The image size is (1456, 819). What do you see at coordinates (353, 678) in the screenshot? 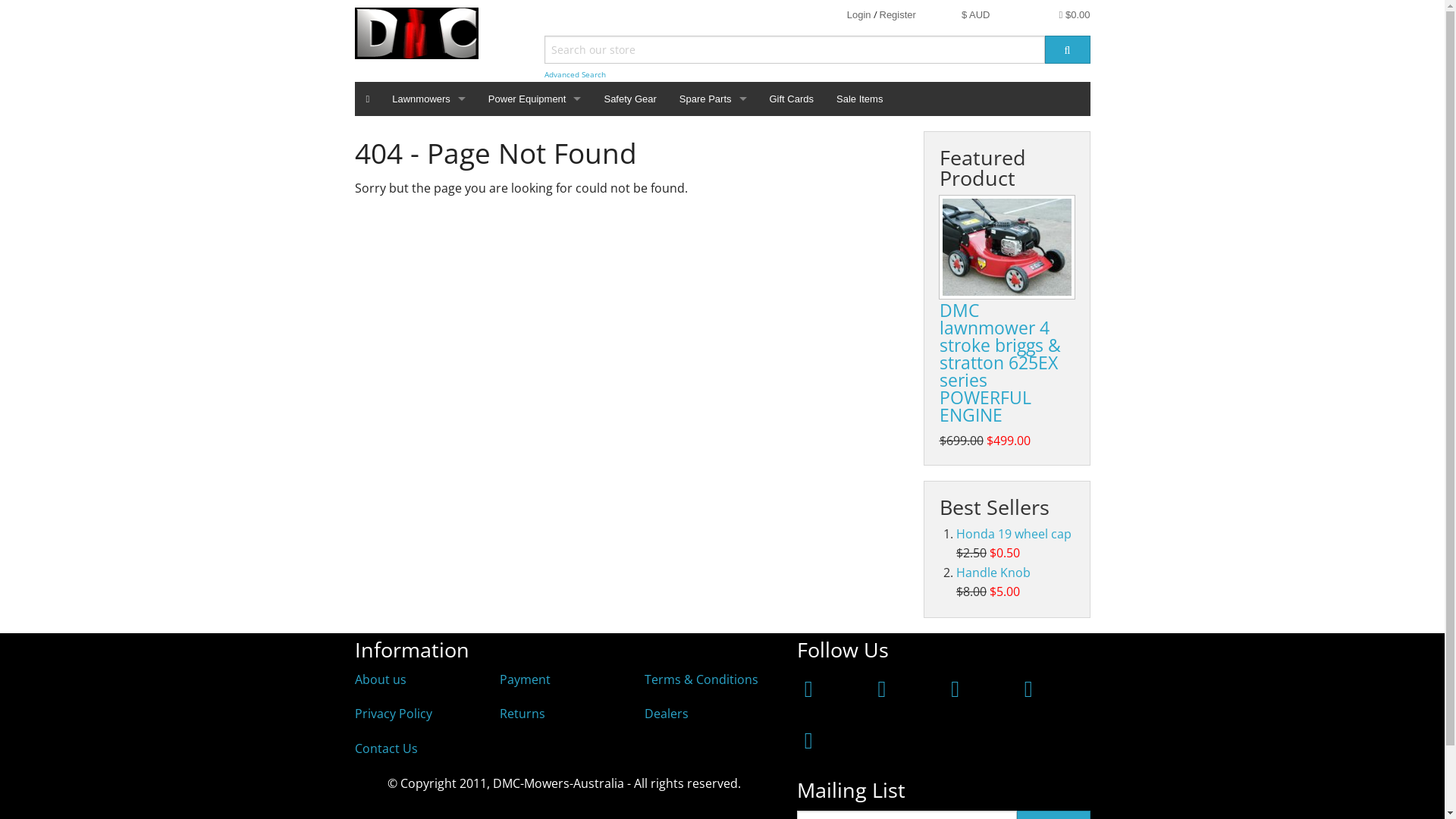
I see `'About us'` at bounding box center [353, 678].